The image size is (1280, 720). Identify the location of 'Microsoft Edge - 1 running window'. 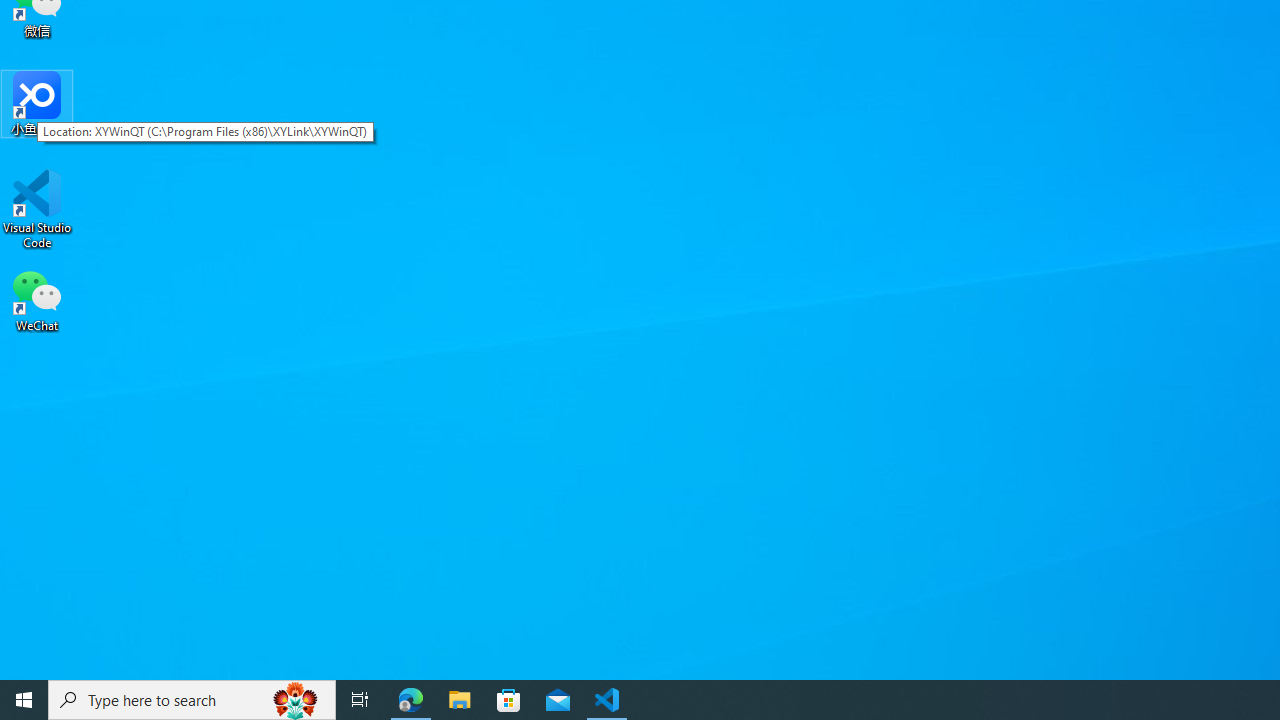
(410, 698).